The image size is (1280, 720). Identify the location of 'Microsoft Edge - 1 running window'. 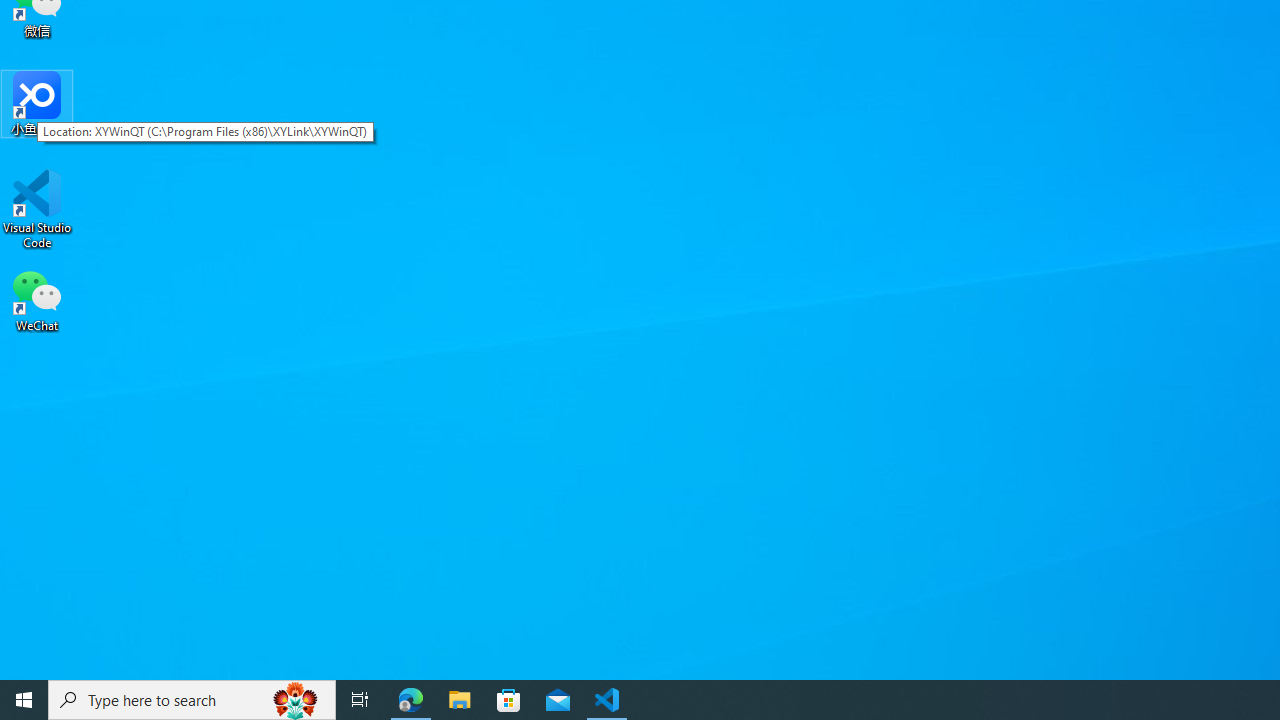
(410, 698).